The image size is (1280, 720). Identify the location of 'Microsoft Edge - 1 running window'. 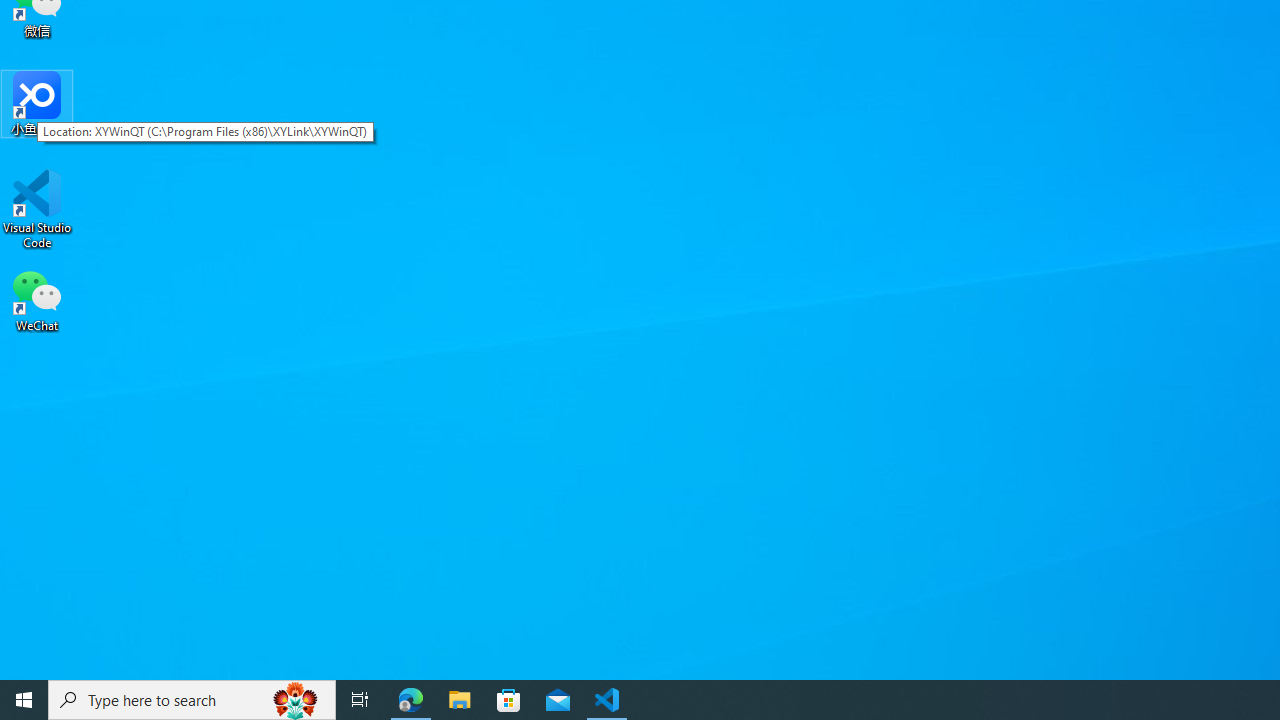
(410, 698).